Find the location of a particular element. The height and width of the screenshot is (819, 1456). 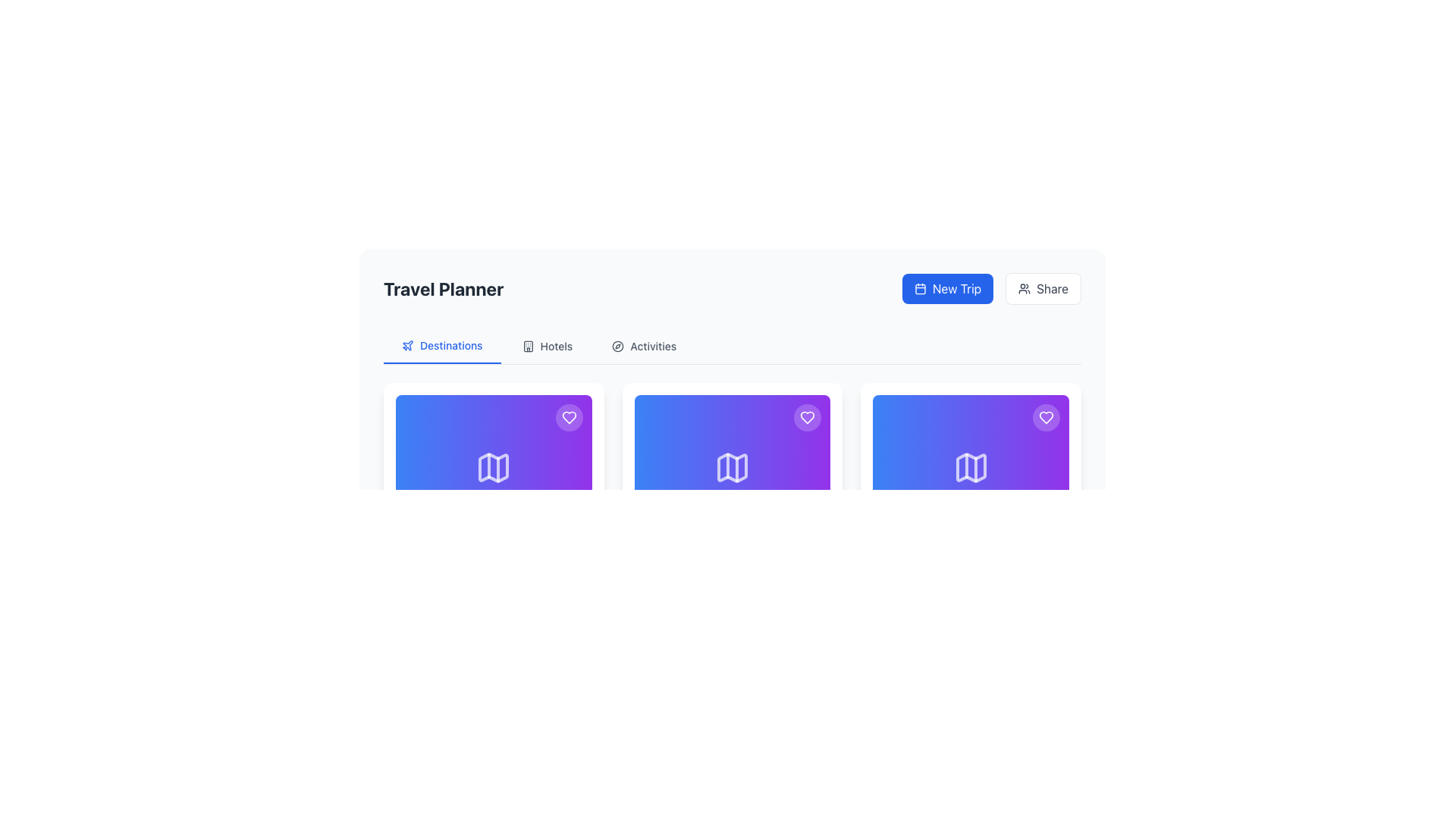

the white heart icon button outlined in a simple line style located in the top-right corner of the purple card is located at coordinates (1045, 418).